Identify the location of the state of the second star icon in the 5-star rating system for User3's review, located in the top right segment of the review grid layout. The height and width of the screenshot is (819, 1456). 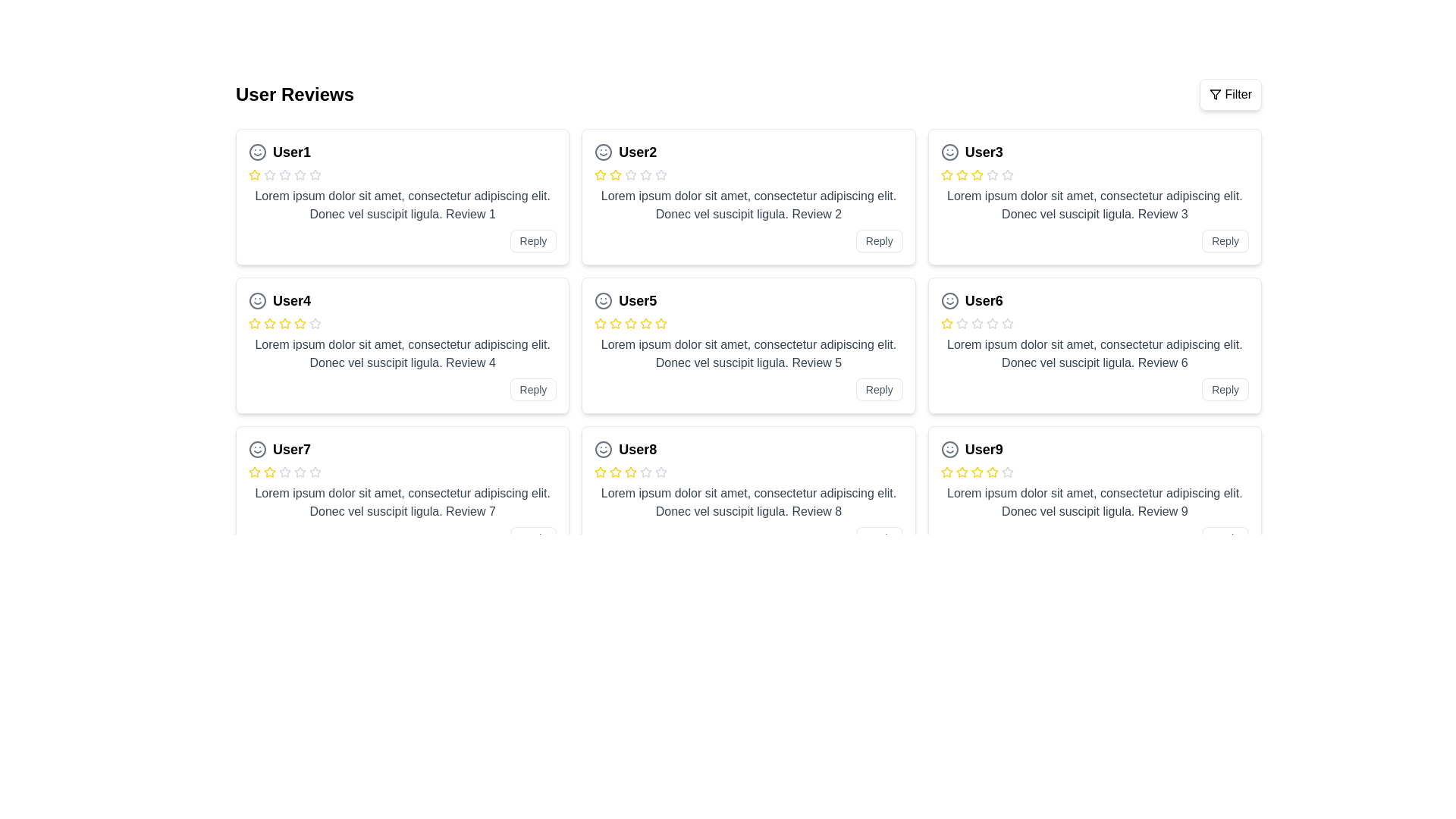
(961, 174).